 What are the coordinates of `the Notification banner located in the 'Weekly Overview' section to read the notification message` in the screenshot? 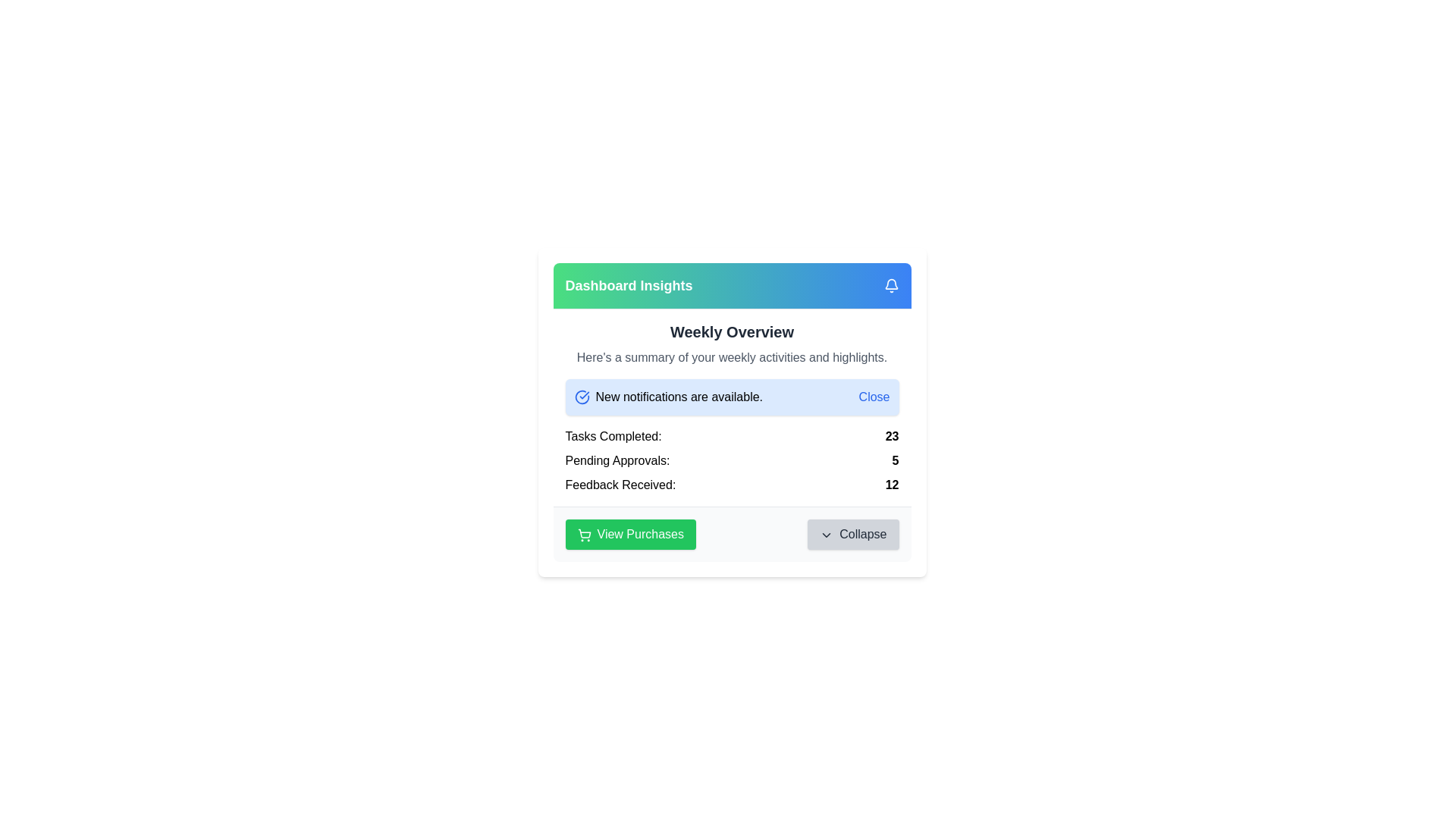 It's located at (732, 397).